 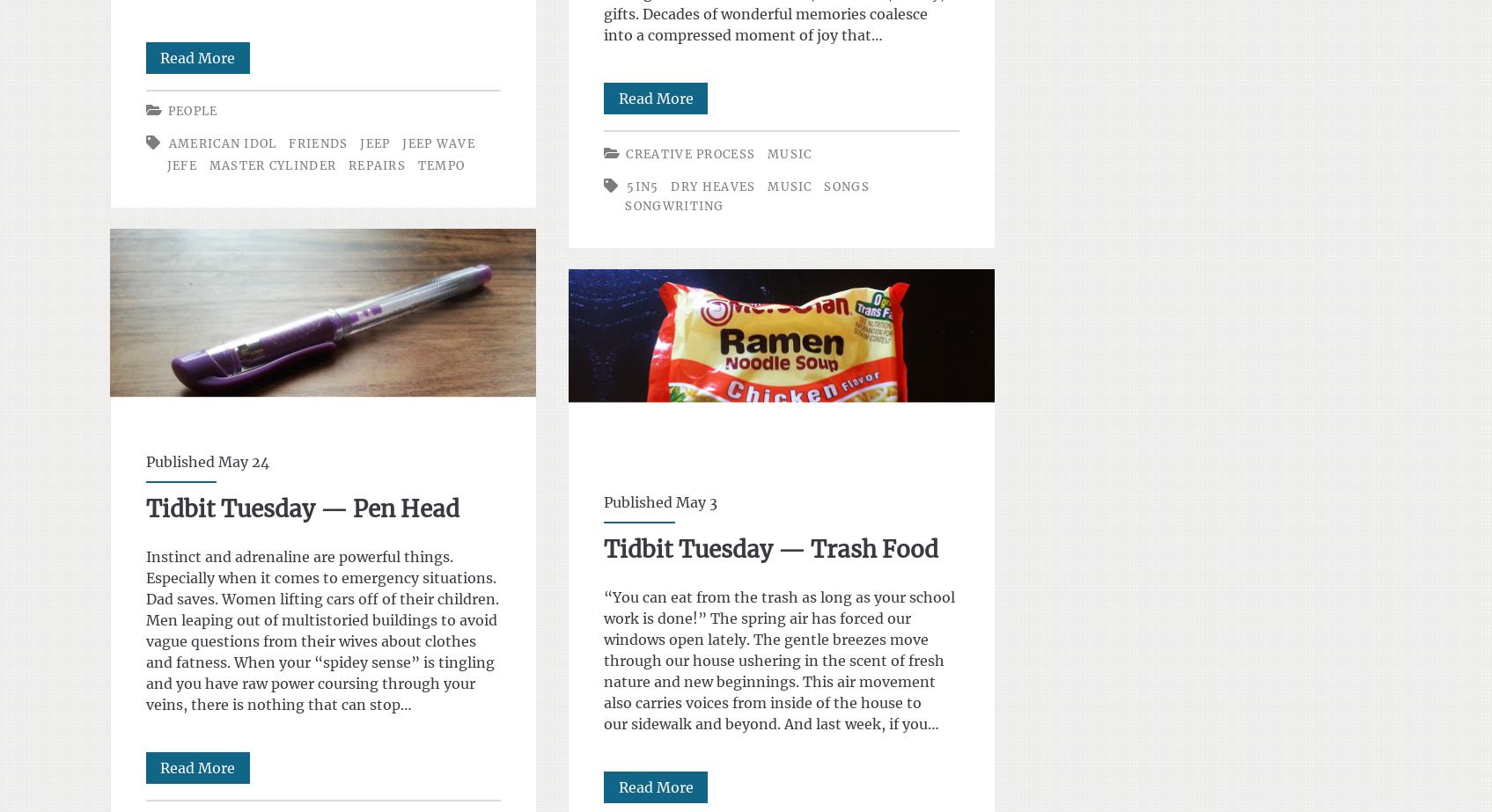 I want to click on 'master cylinder', so click(x=272, y=165).